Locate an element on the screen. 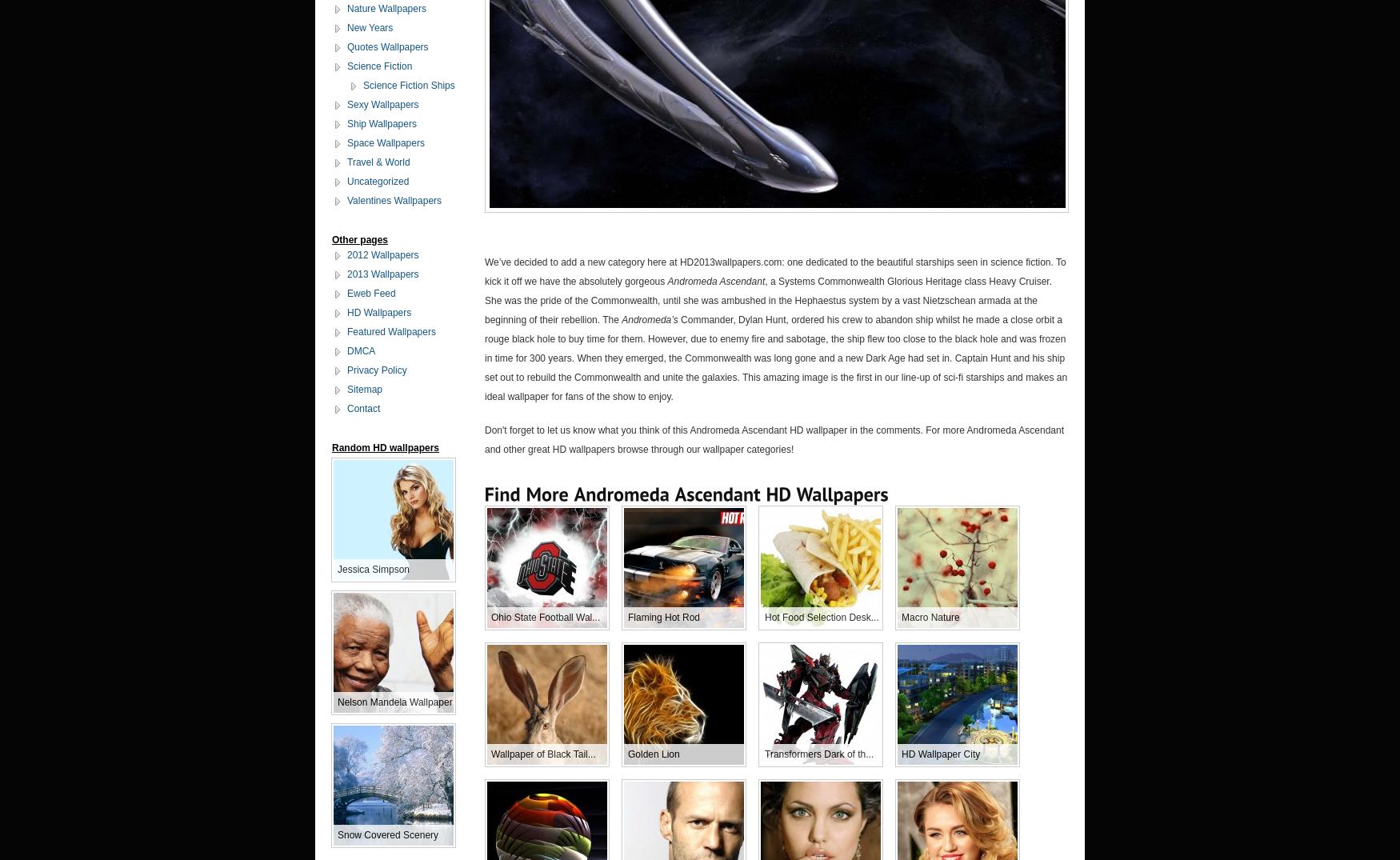  'Valentines Wallpapers' is located at coordinates (394, 201).